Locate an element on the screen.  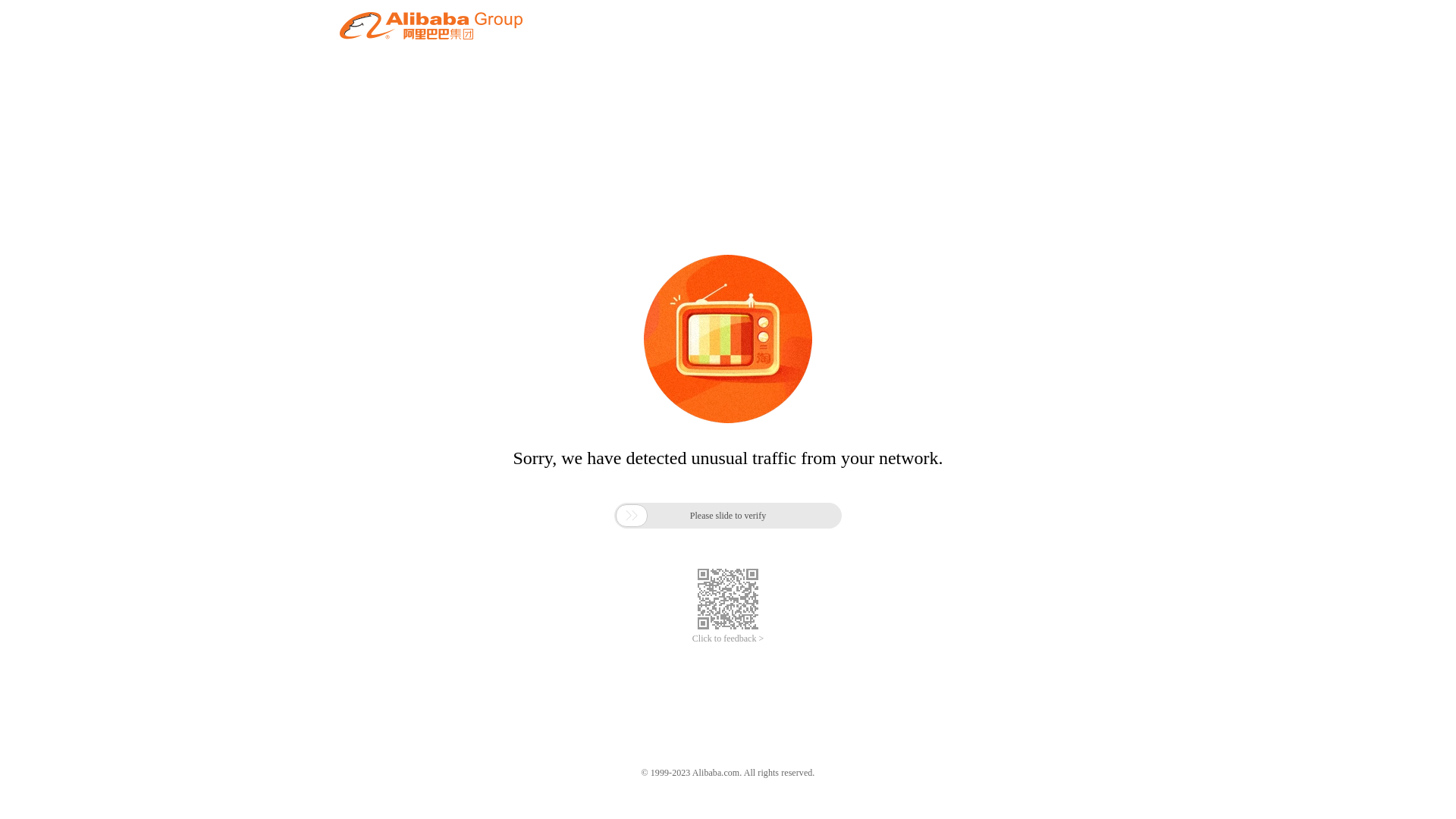
'Click to feedback >' is located at coordinates (728, 639).